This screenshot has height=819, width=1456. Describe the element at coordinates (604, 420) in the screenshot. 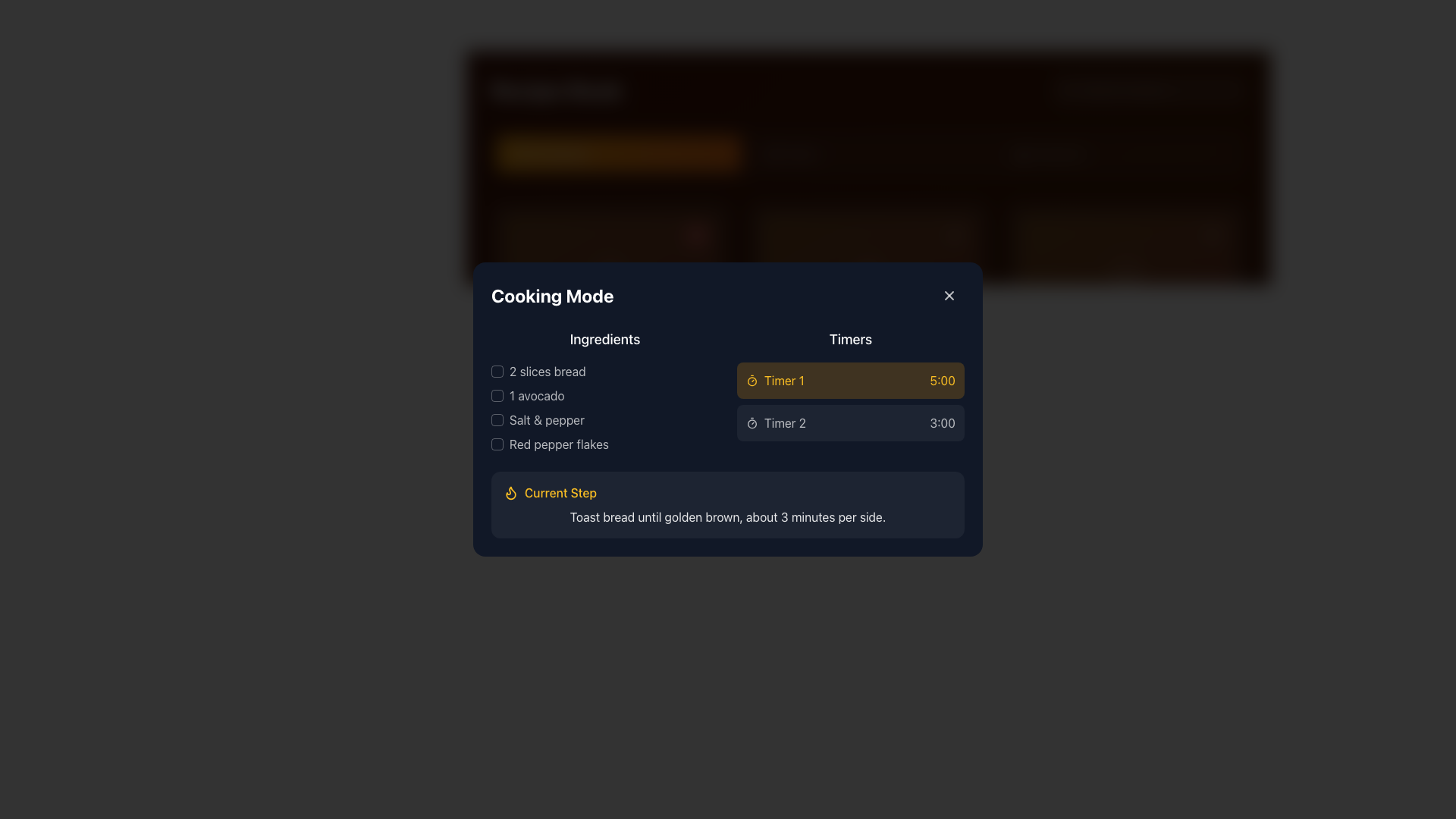

I see `the checkbox for the ingredient selection option in the 'Cooking Mode' interface` at that location.